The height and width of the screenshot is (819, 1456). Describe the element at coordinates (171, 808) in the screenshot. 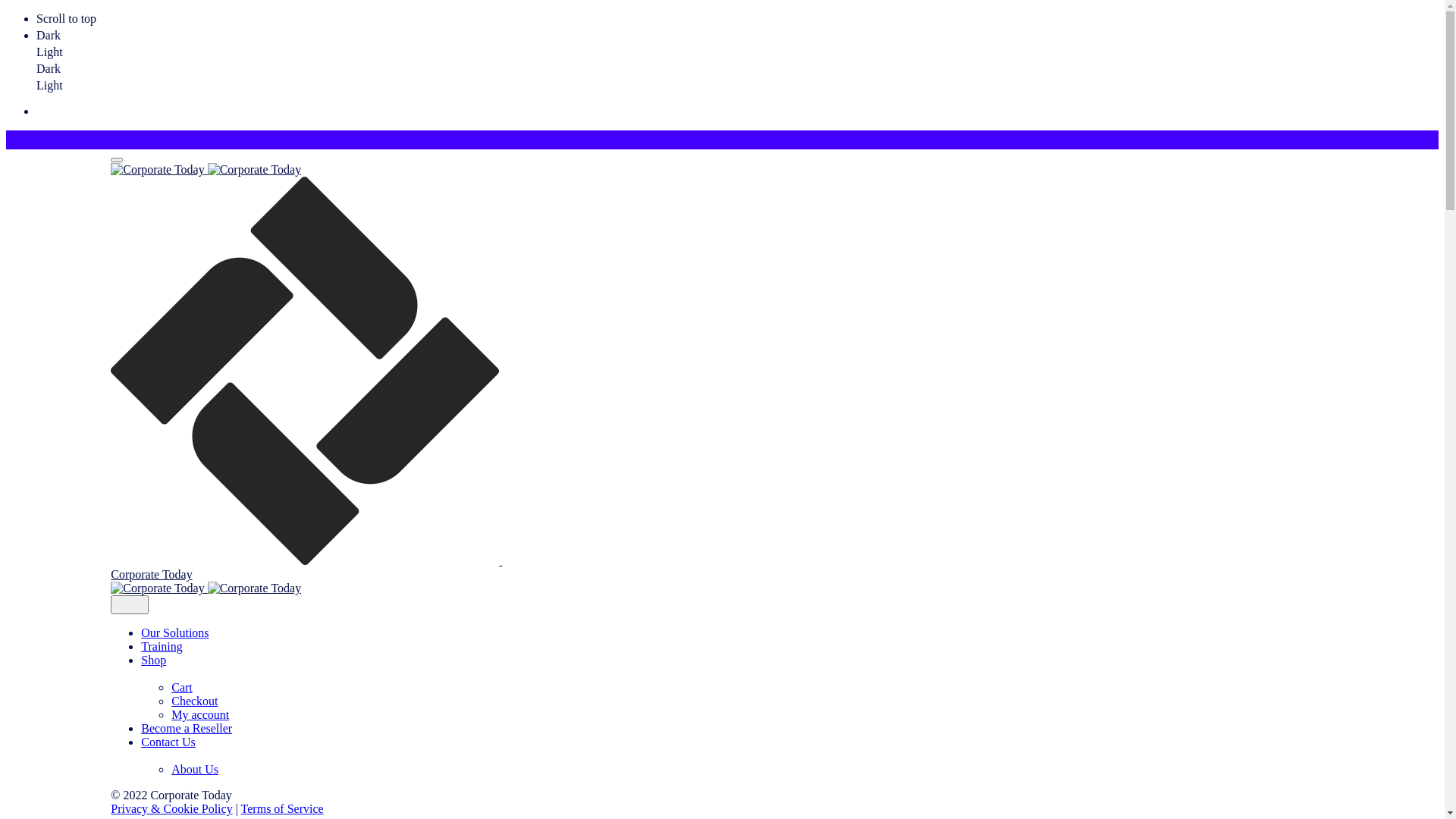

I see `'Privacy & Cookie Policy'` at that location.